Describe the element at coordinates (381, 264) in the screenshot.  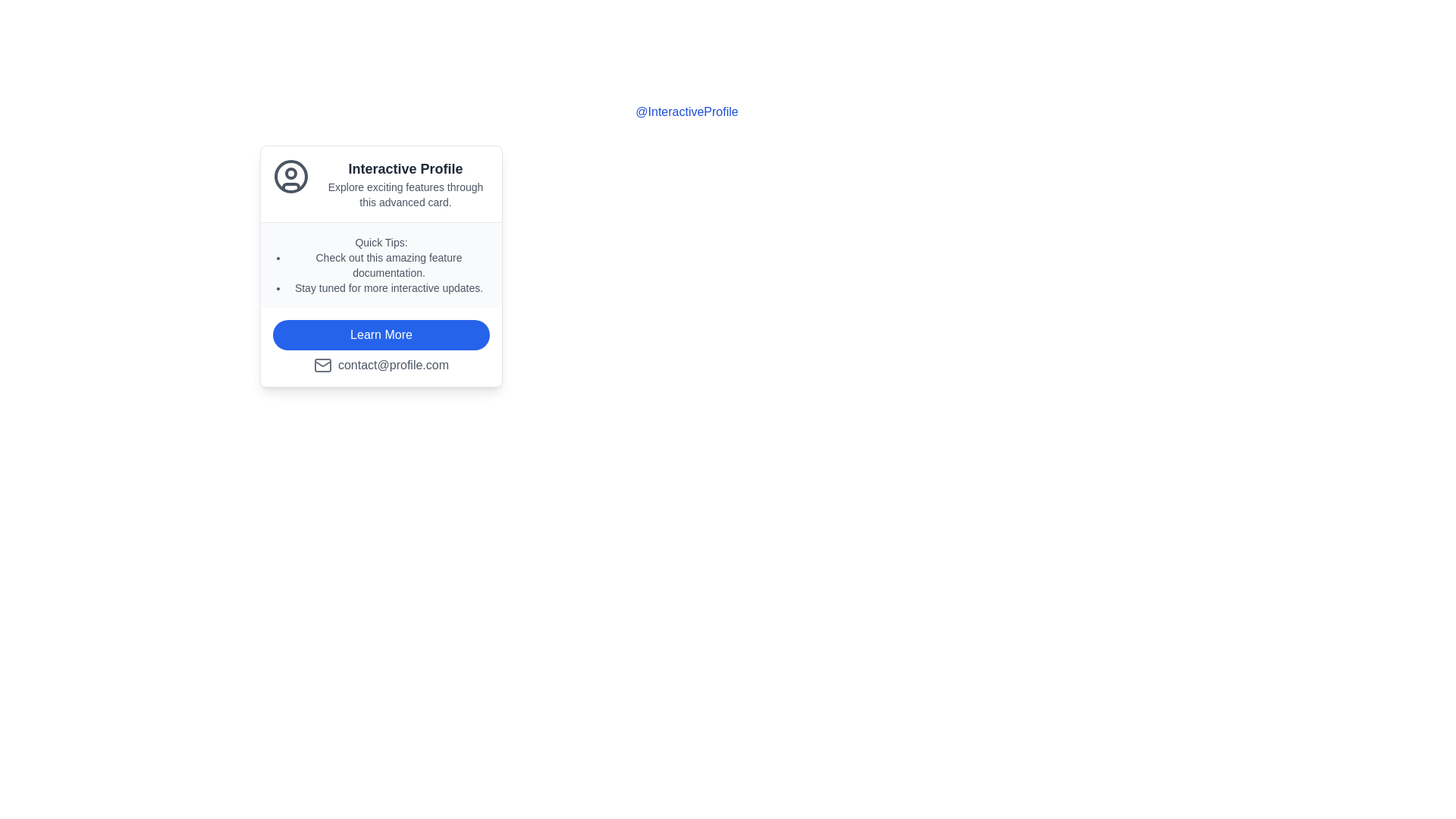
I see `the informational section that provides quick tips or guidance, located centrally within the card below the text 'Explore exciting features through this advanced card.' and above the 'Learn More' button` at that location.